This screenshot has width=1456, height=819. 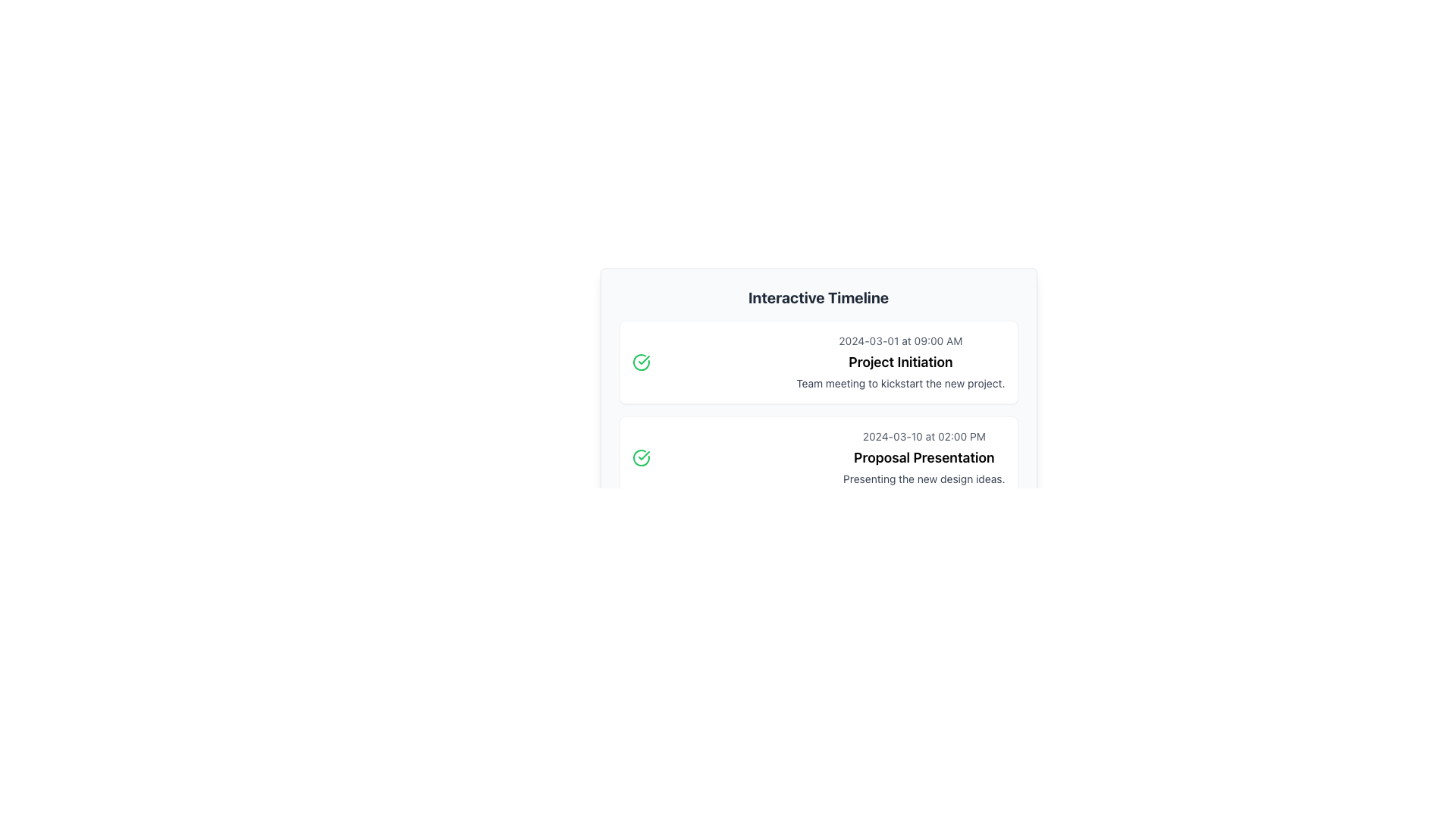 What do you see at coordinates (817, 457) in the screenshot?
I see `the Timeline Event titled 'Proposal Presentation' scheduled for March 10, 2024, at 2:00 PM, which is located below the 'Project Initiation' event in the vertical timeline interface` at bounding box center [817, 457].